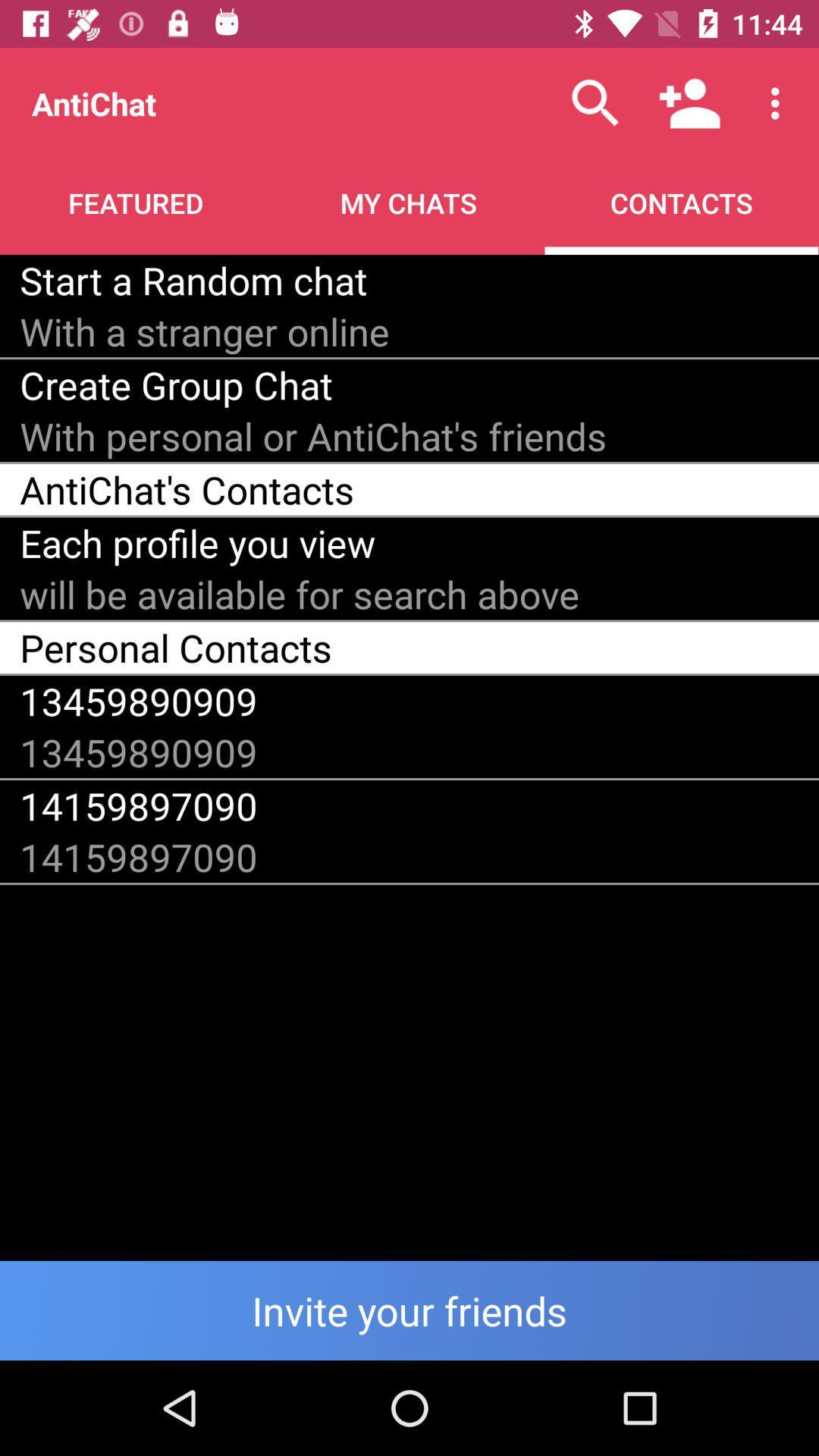 This screenshot has height=1456, width=819. Describe the element at coordinates (409, 1310) in the screenshot. I see `open invite option invite a friend` at that location.